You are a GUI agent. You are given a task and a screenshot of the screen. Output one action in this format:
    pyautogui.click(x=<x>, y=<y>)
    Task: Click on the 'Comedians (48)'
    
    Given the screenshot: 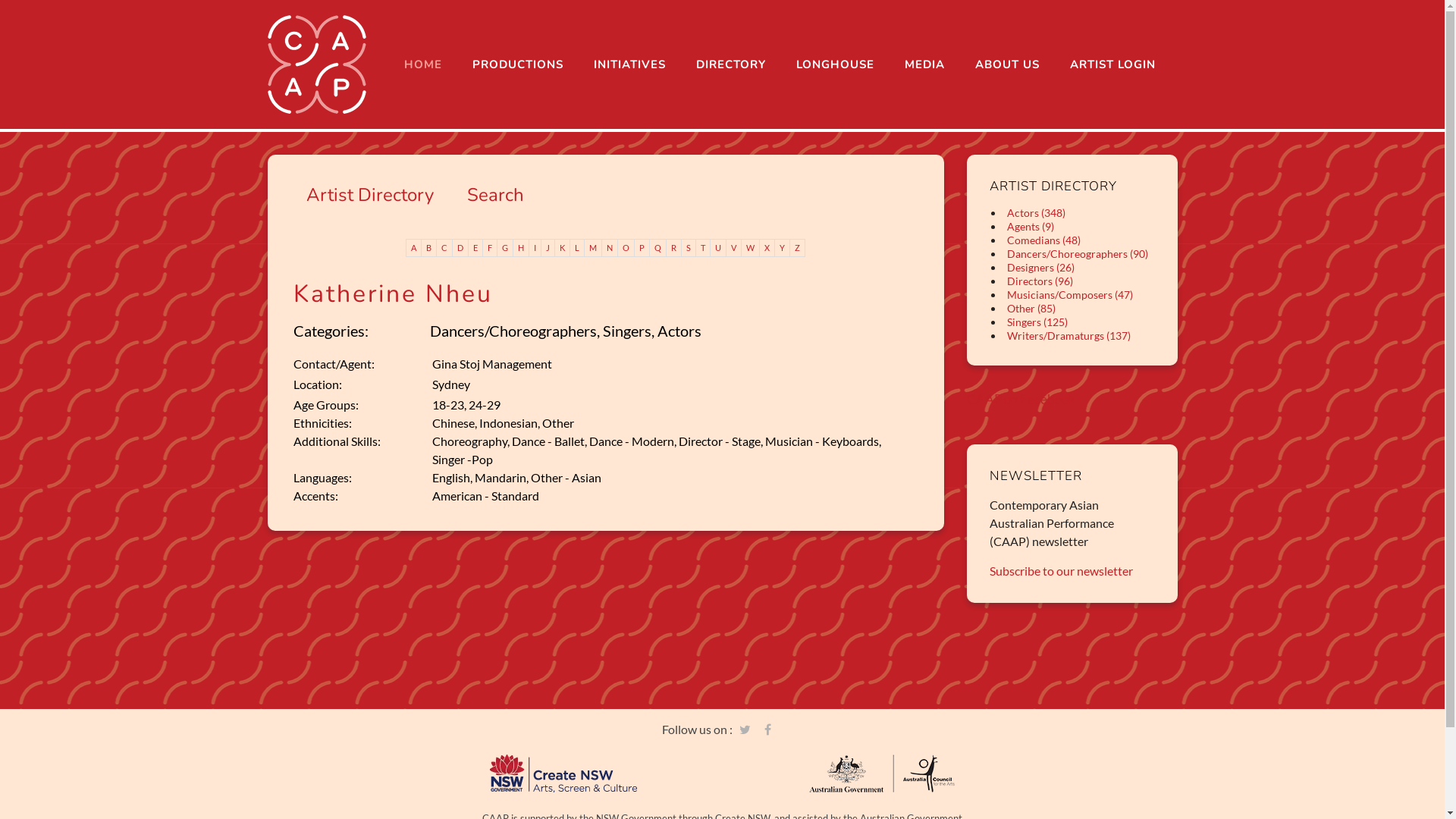 What is the action you would take?
    pyautogui.click(x=1043, y=239)
    